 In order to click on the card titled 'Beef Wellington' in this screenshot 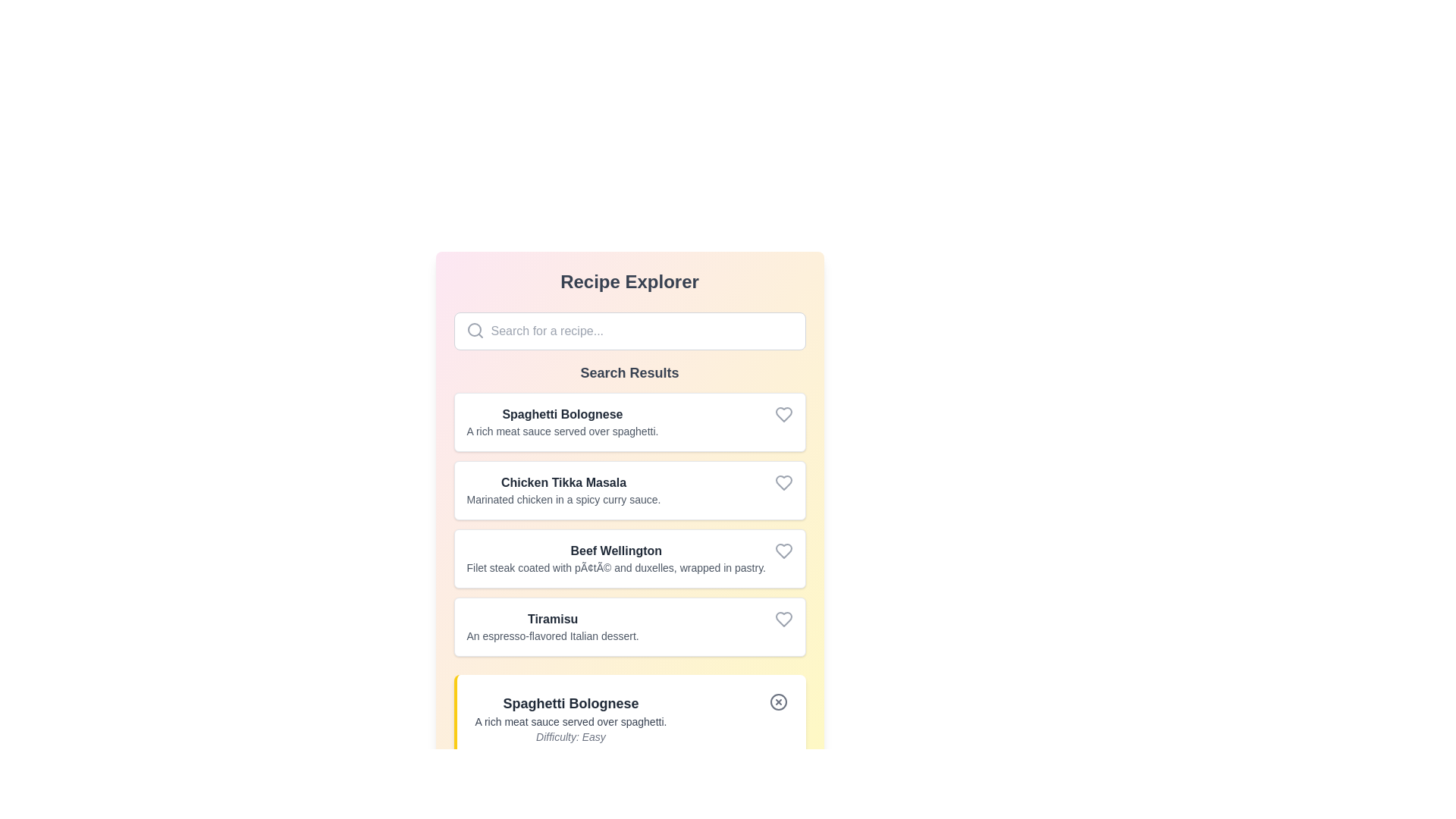, I will do `click(629, 558)`.